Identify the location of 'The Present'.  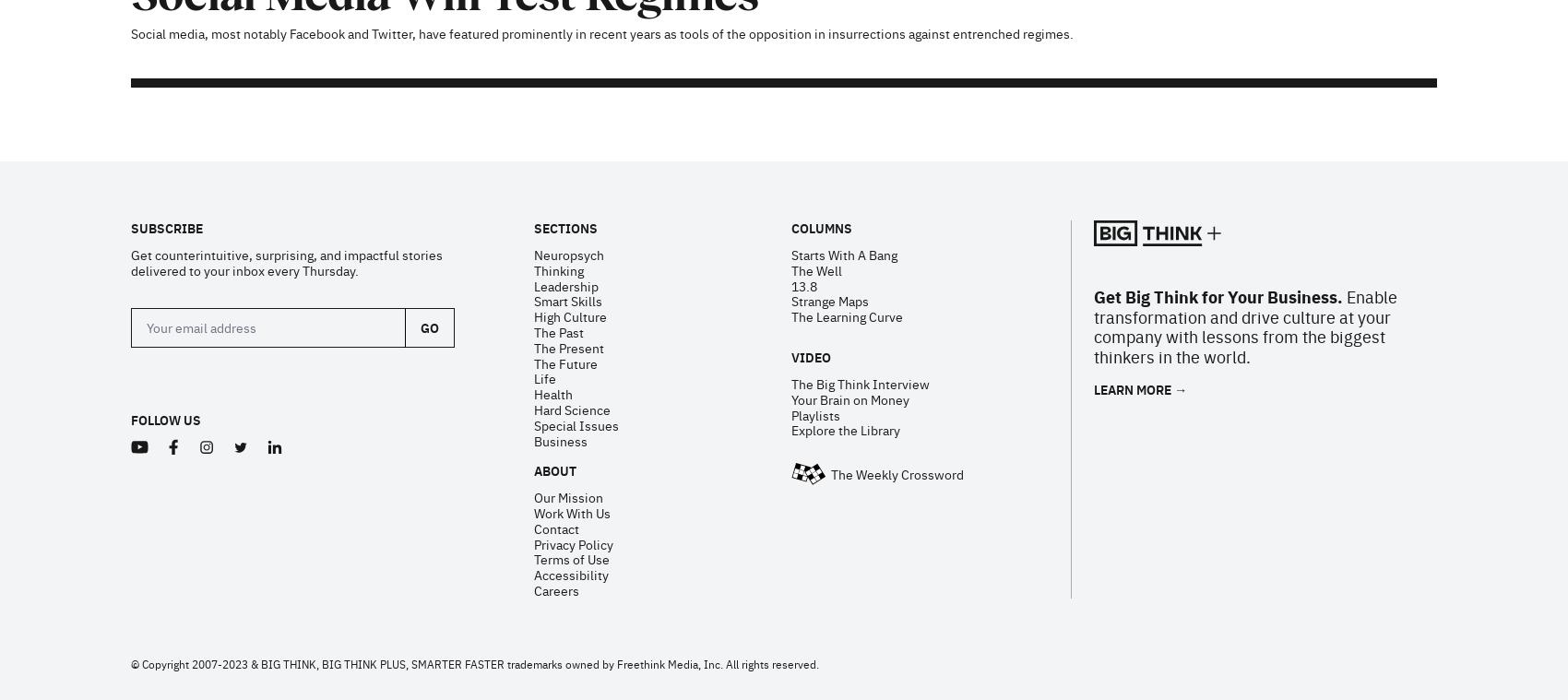
(532, 107).